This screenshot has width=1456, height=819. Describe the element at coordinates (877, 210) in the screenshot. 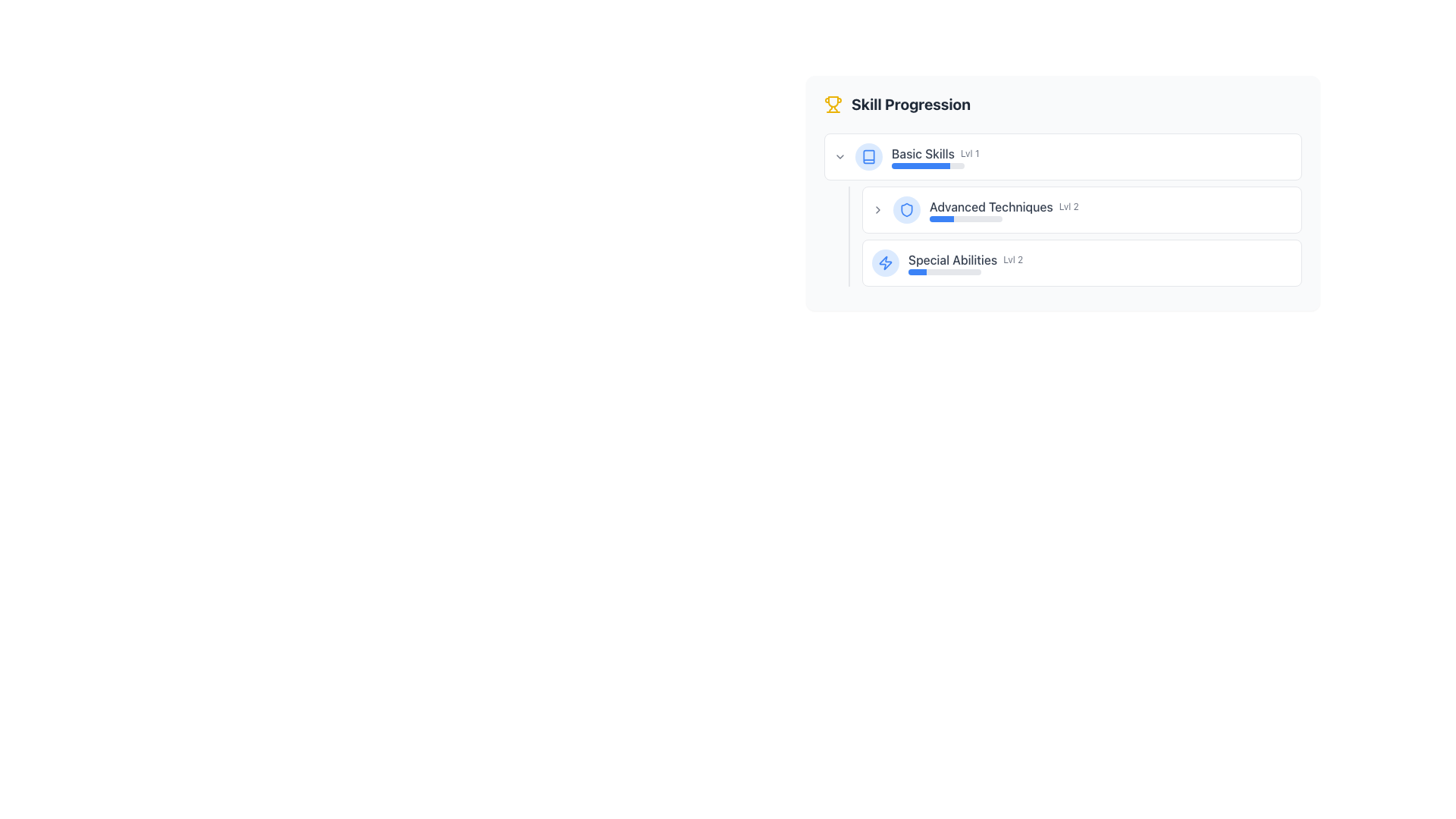

I see `the small right-facing chevron arrow icon located to the left of the text 'Advanced Techniques Lvl 2' in the 'Skill Progression' module` at that location.